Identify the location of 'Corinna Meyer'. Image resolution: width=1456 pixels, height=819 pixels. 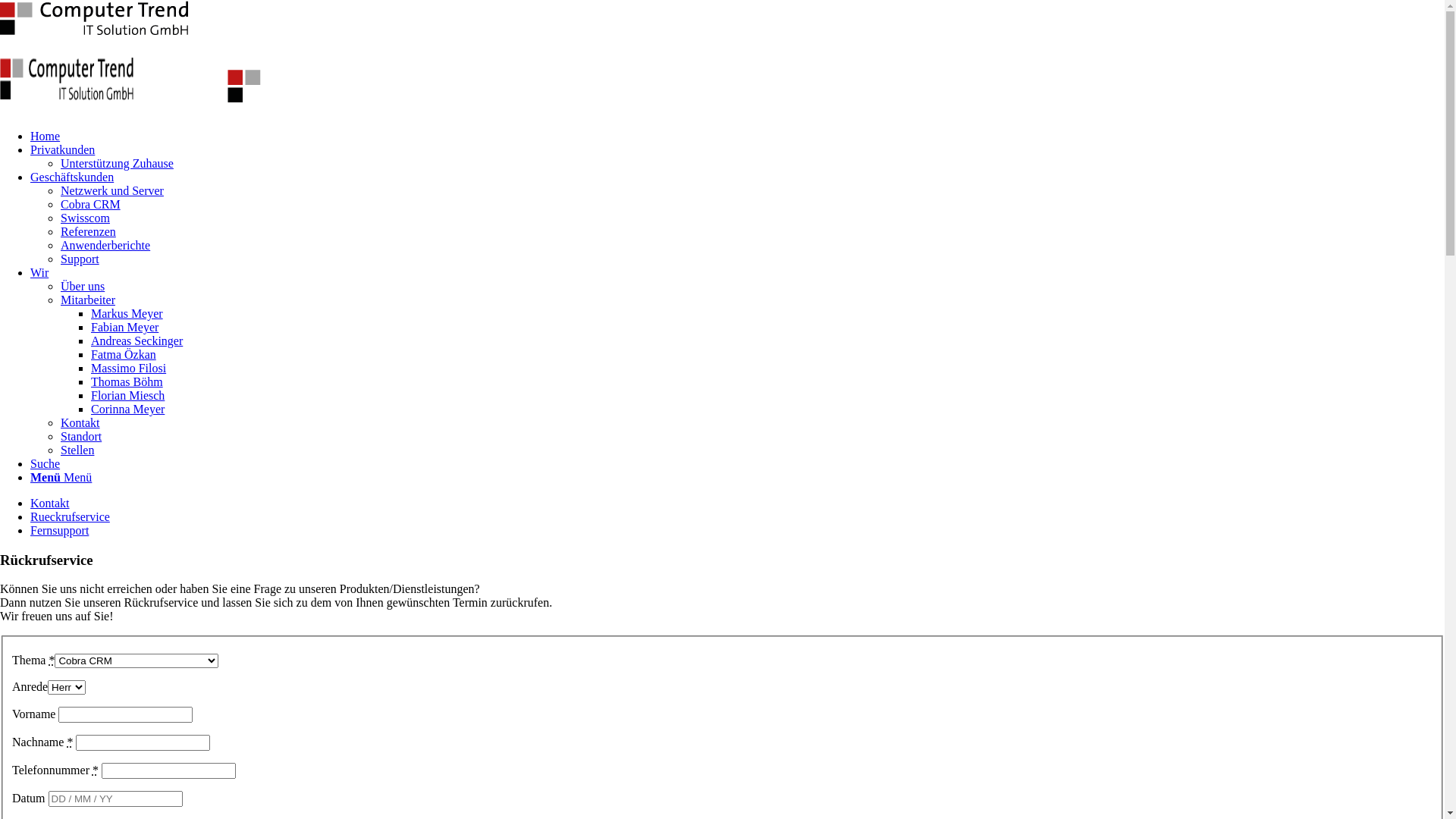
(127, 408).